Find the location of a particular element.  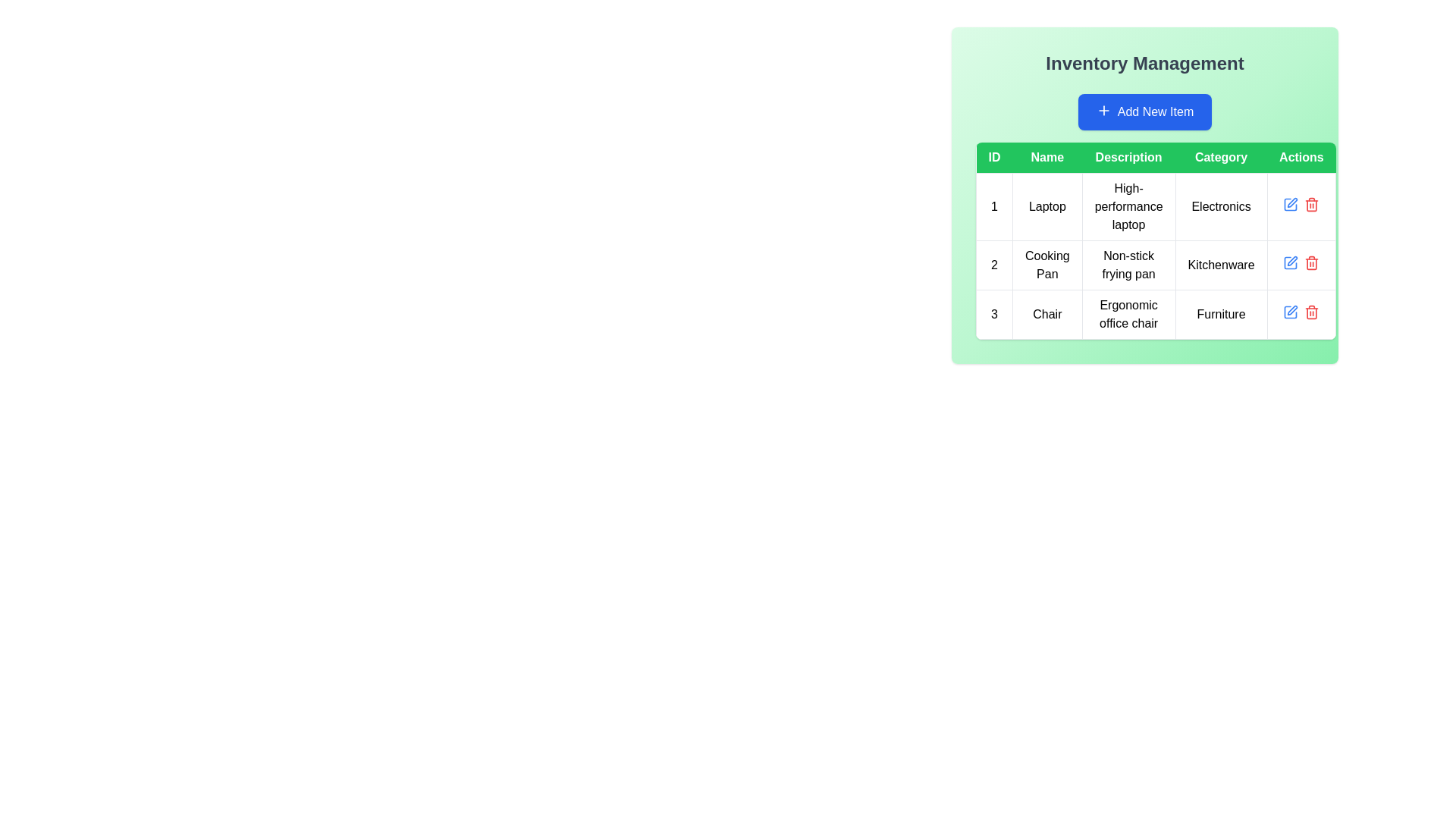

the edit icon button resembling a pen located in the 'Actions' column next to the trash bin icon for the second item 'Cooking Pan' is located at coordinates (1291, 259).